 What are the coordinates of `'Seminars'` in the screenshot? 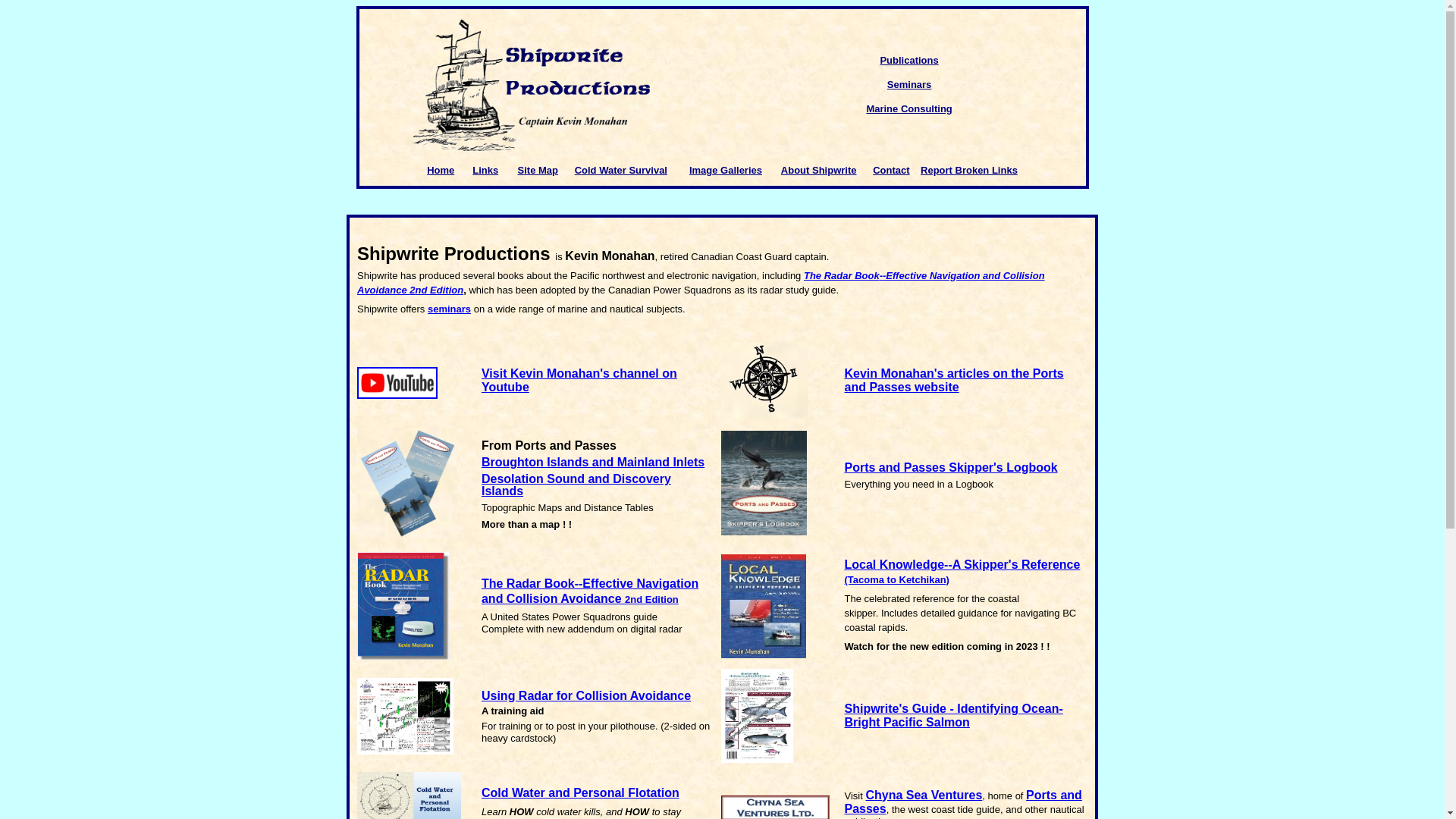 It's located at (909, 84).